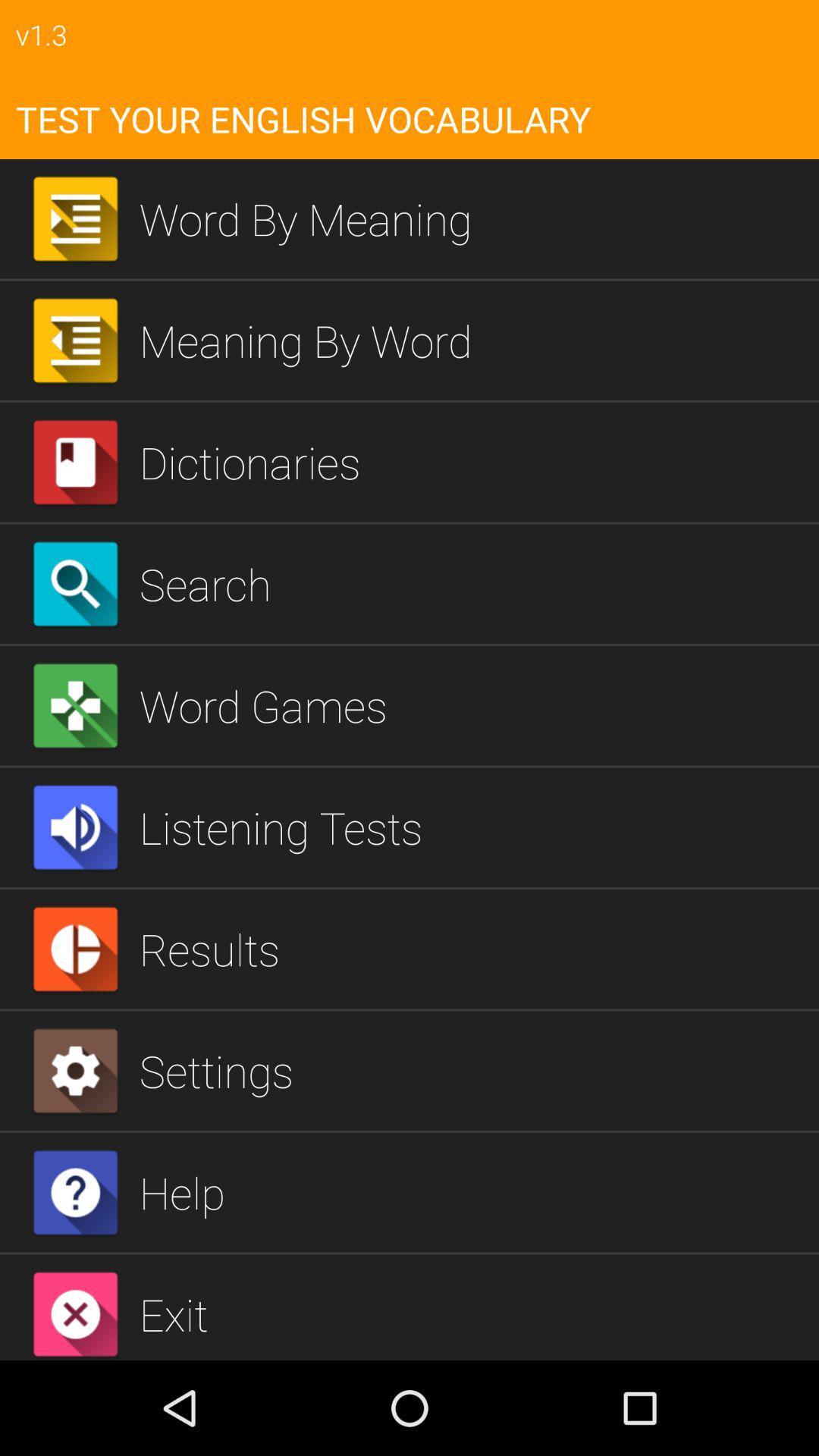 The width and height of the screenshot is (819, 1456). What do you see at coordinates (472, 827) in the screenshot?
I see `listening tests` at bounding box center [472, 827].